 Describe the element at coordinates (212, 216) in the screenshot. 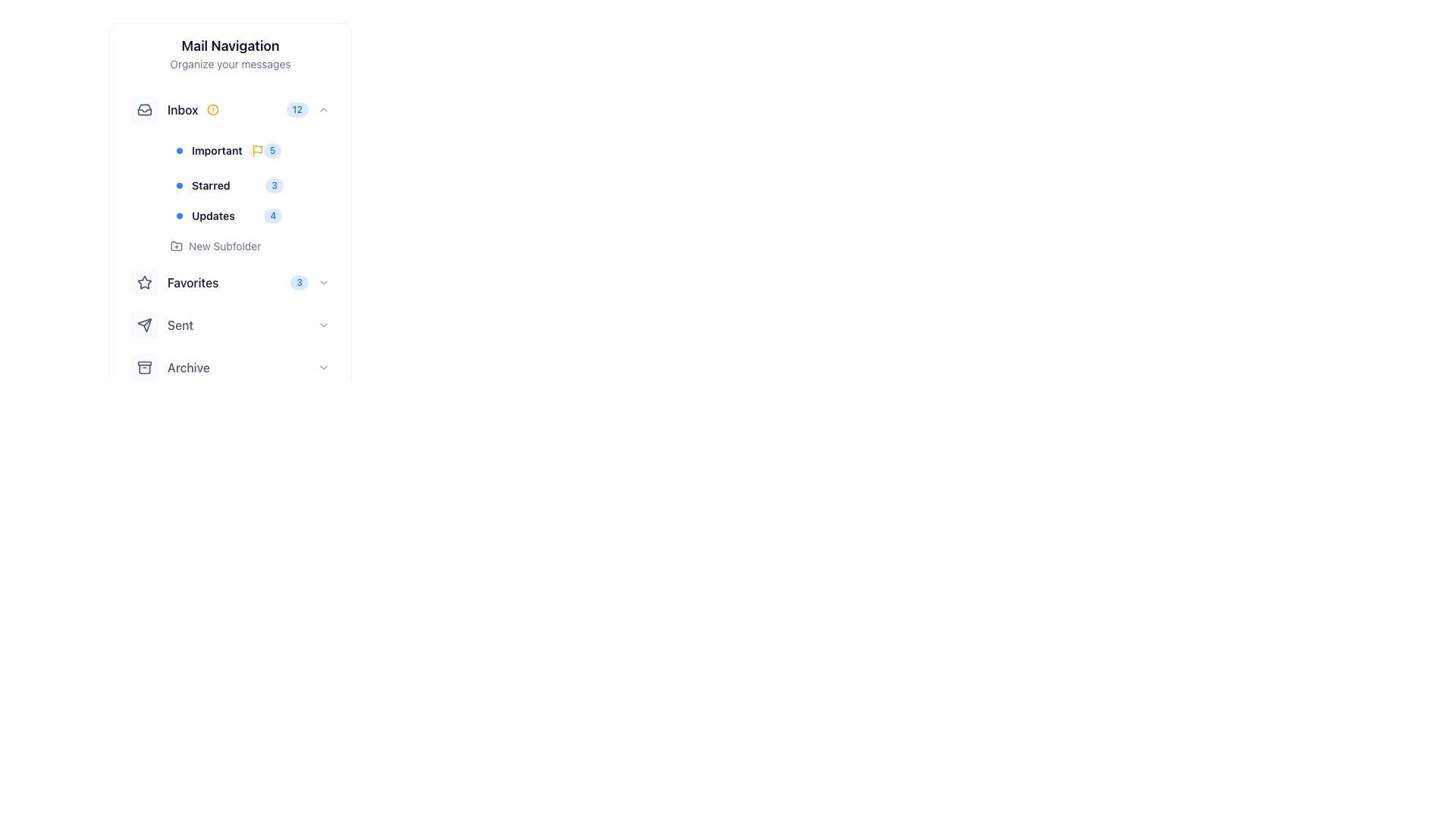

I see `the 'Updates' text label in the Mail Navigation panel, located under the Inbox section, which is the third sub-item after 'Important' and 'Starred'` at that location.